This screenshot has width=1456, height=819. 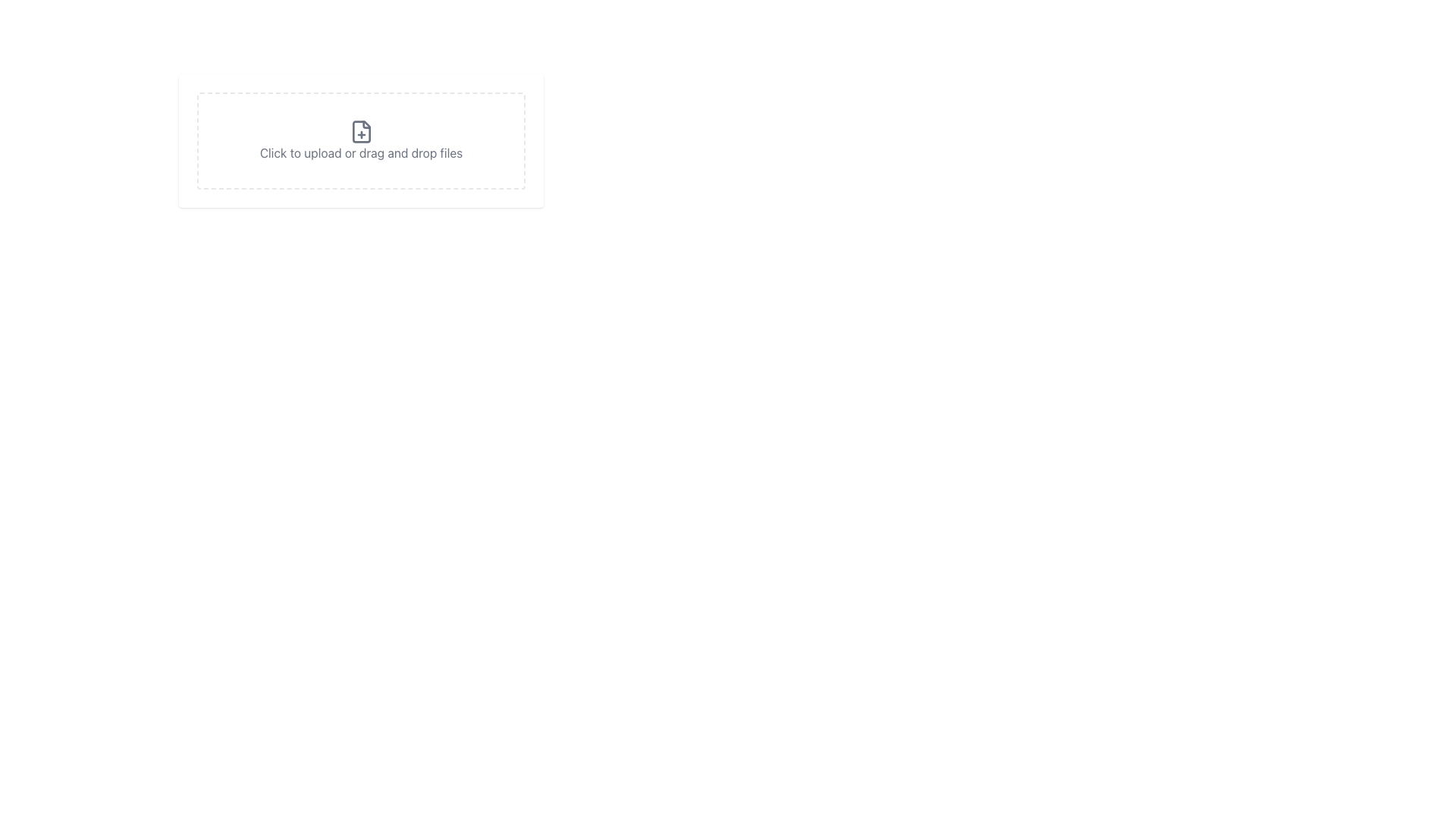 What do you see at coordinates (360, 175) in the screenshot?
I see `the Dropzone area` at bounding box center [360, 175].